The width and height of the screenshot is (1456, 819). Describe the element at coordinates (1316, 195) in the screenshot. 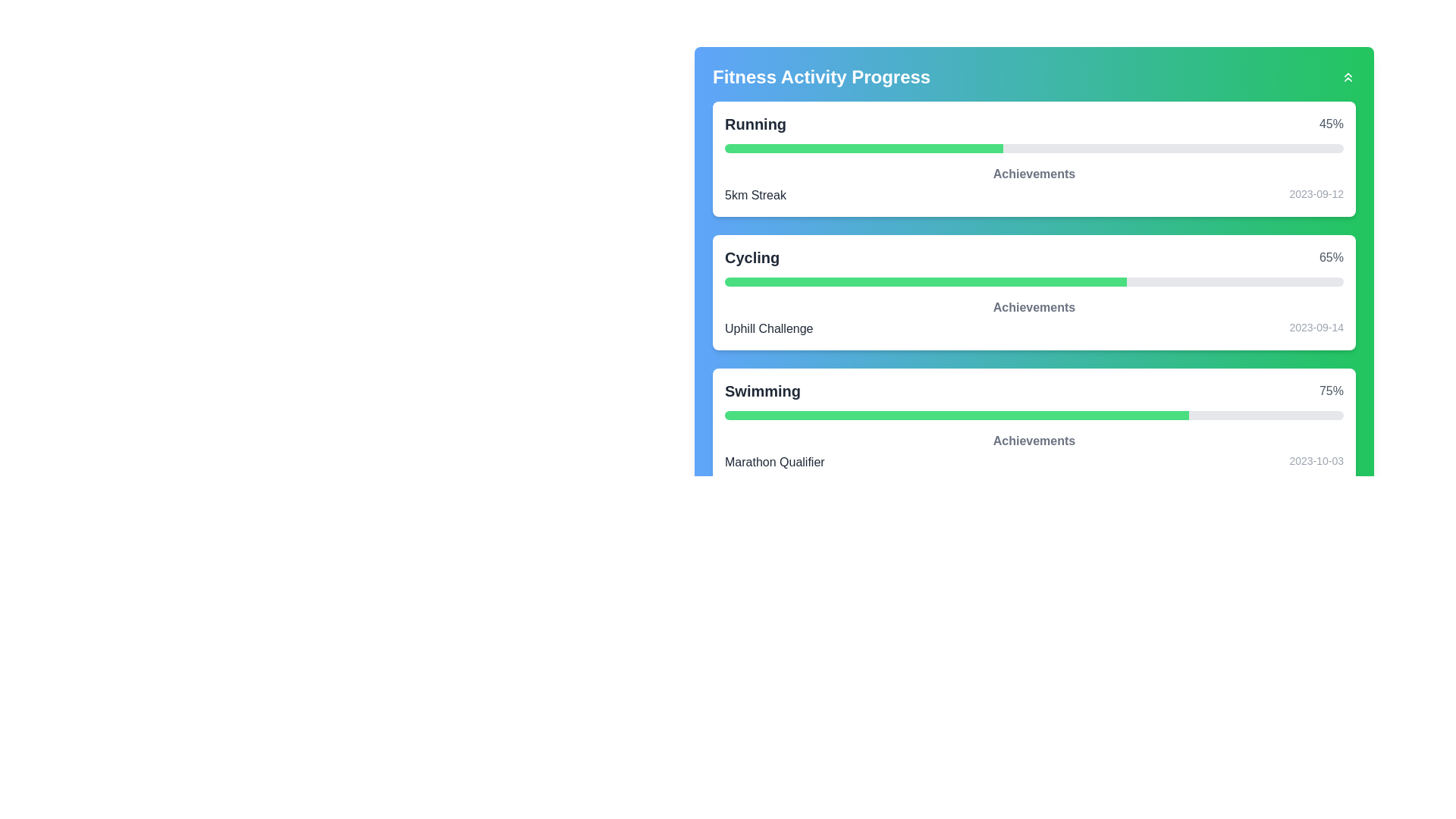

I see `the text label displaying the date '2023-09-12' located on the right side of the row labeled '5km Streak' in the 'Running' section of the 'Fitness Activity Progress' interface` at that location.